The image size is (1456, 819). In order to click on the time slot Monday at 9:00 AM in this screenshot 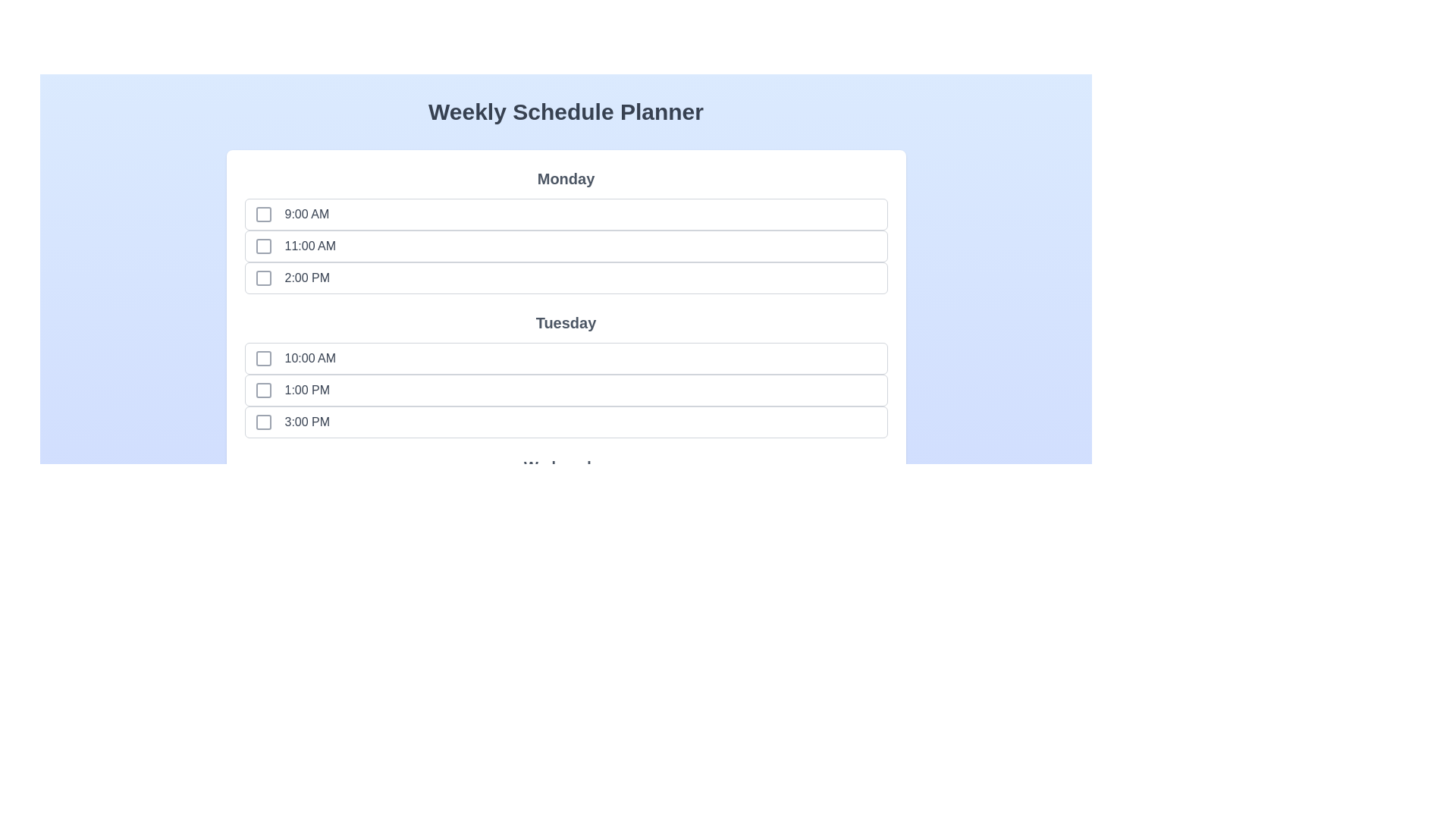, I will do `click(263, 214)`.